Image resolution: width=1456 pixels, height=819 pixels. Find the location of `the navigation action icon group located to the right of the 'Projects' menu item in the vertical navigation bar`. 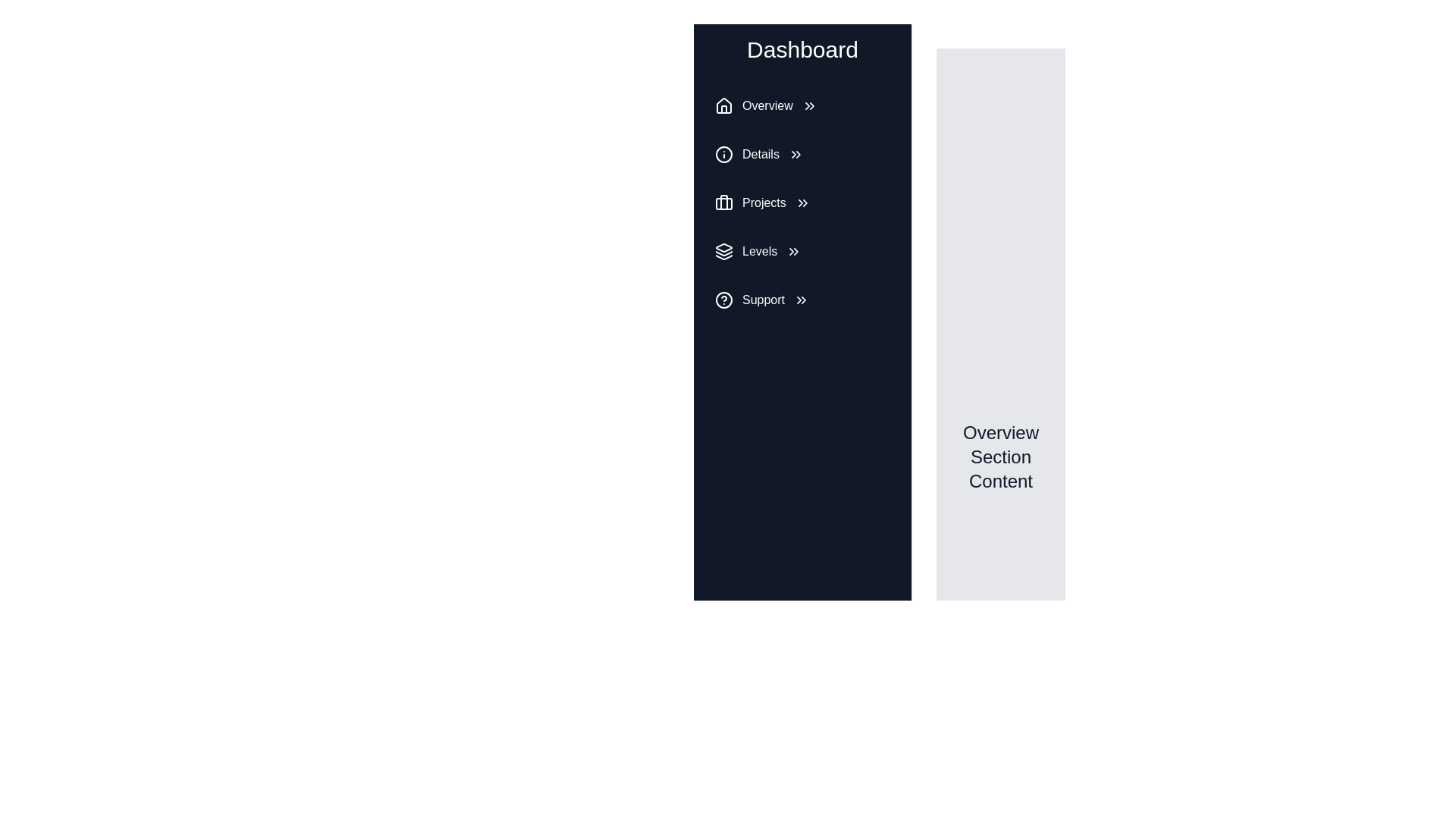

the navigation action icon group located to the right of the 'Projects' menu item in the vertical navigation bar is located at coordinates (802, 202).